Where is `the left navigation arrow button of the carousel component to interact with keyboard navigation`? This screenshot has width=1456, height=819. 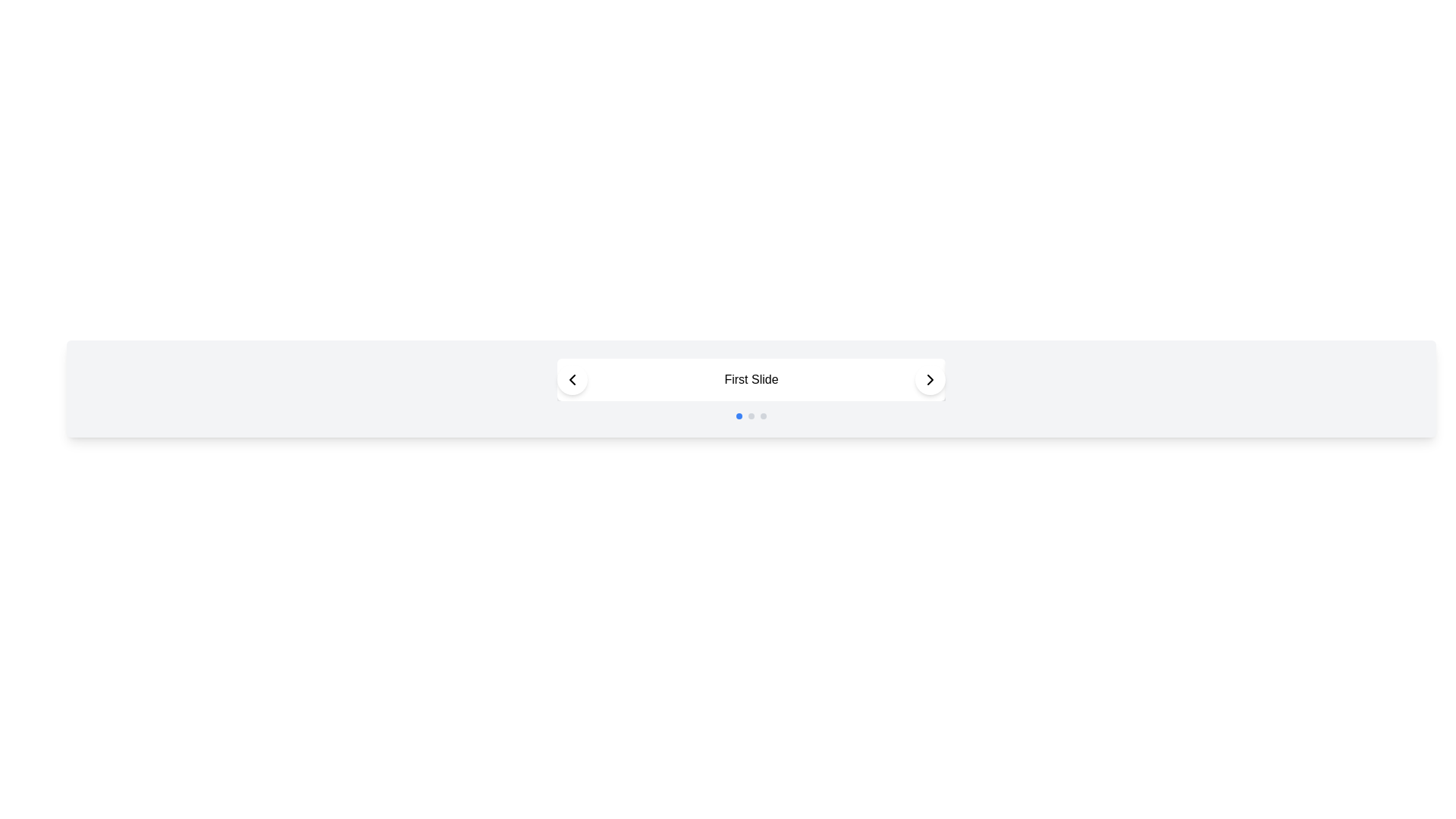 the left navigation arrow button of the carousel component to interact with keyboard navigation is located at coordinates (571, 379).